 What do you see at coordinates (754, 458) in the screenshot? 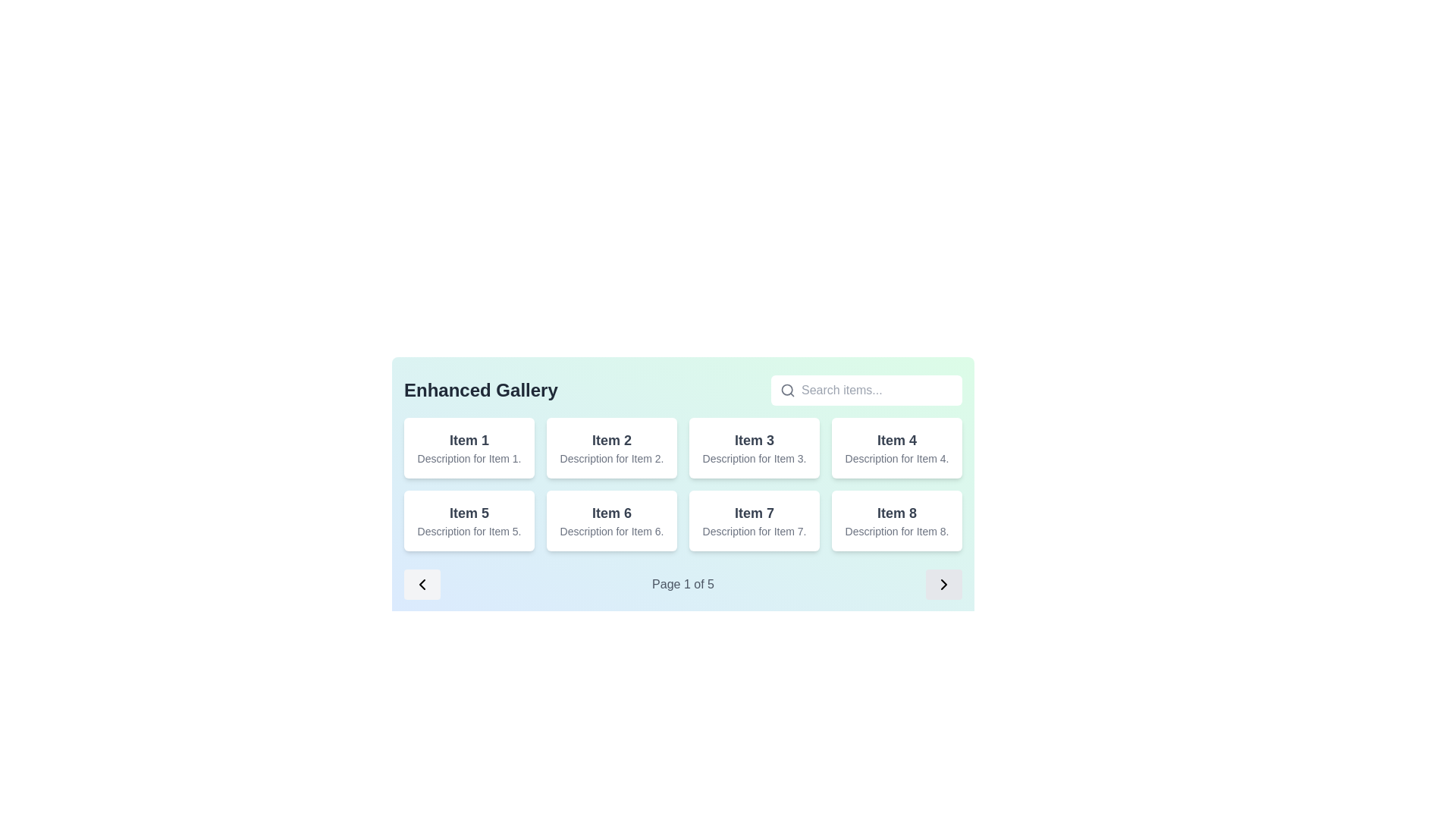
I see `the descriptive text label located within the card labeled 'Item 3', positioned in the third column of the first row of an 8-card grid layout, to trigger potential hover effects` at bounding box center [754, 458].